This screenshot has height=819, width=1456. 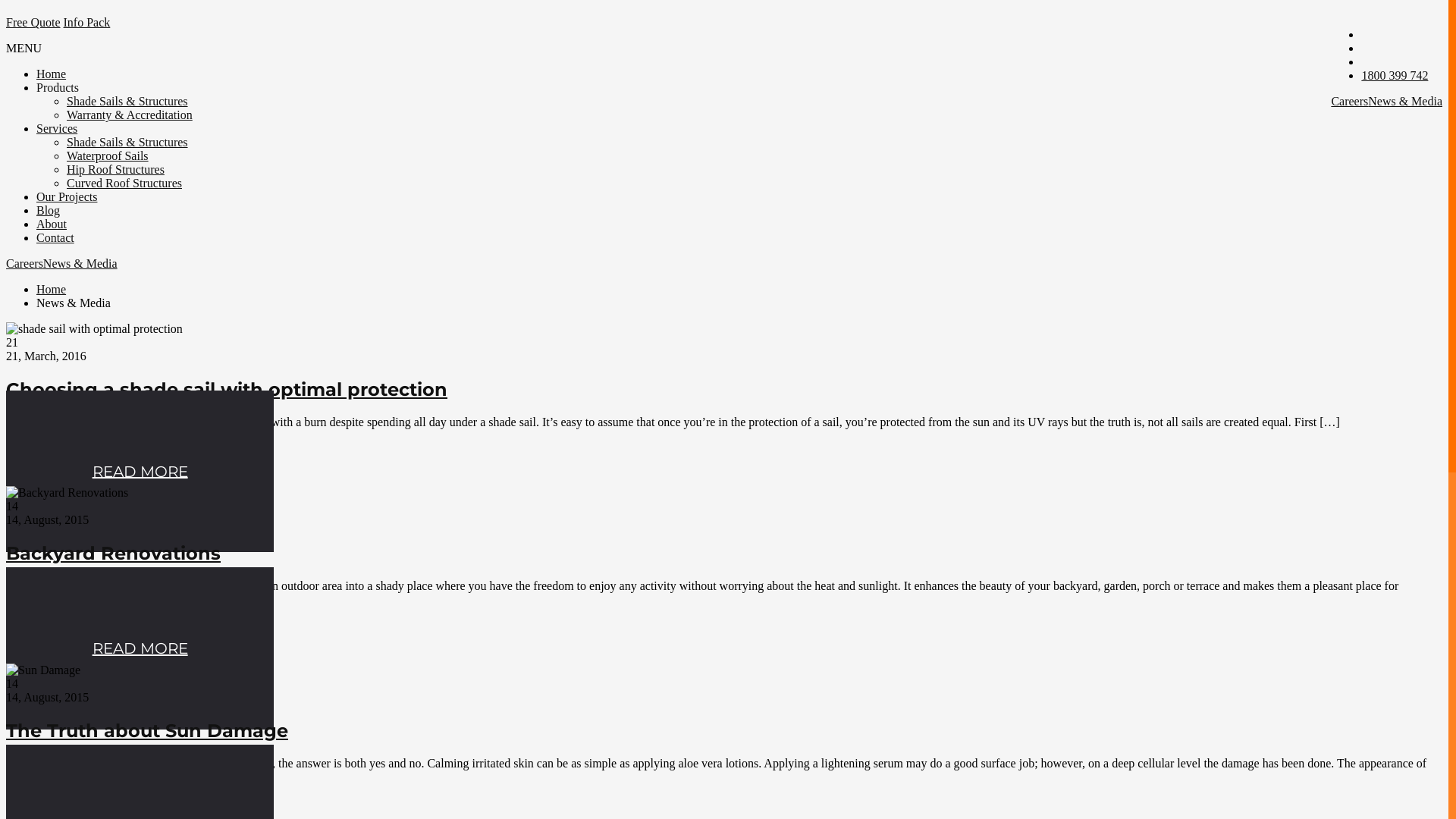 I want to click on 'Free Quote', so click(x=33, y=22).